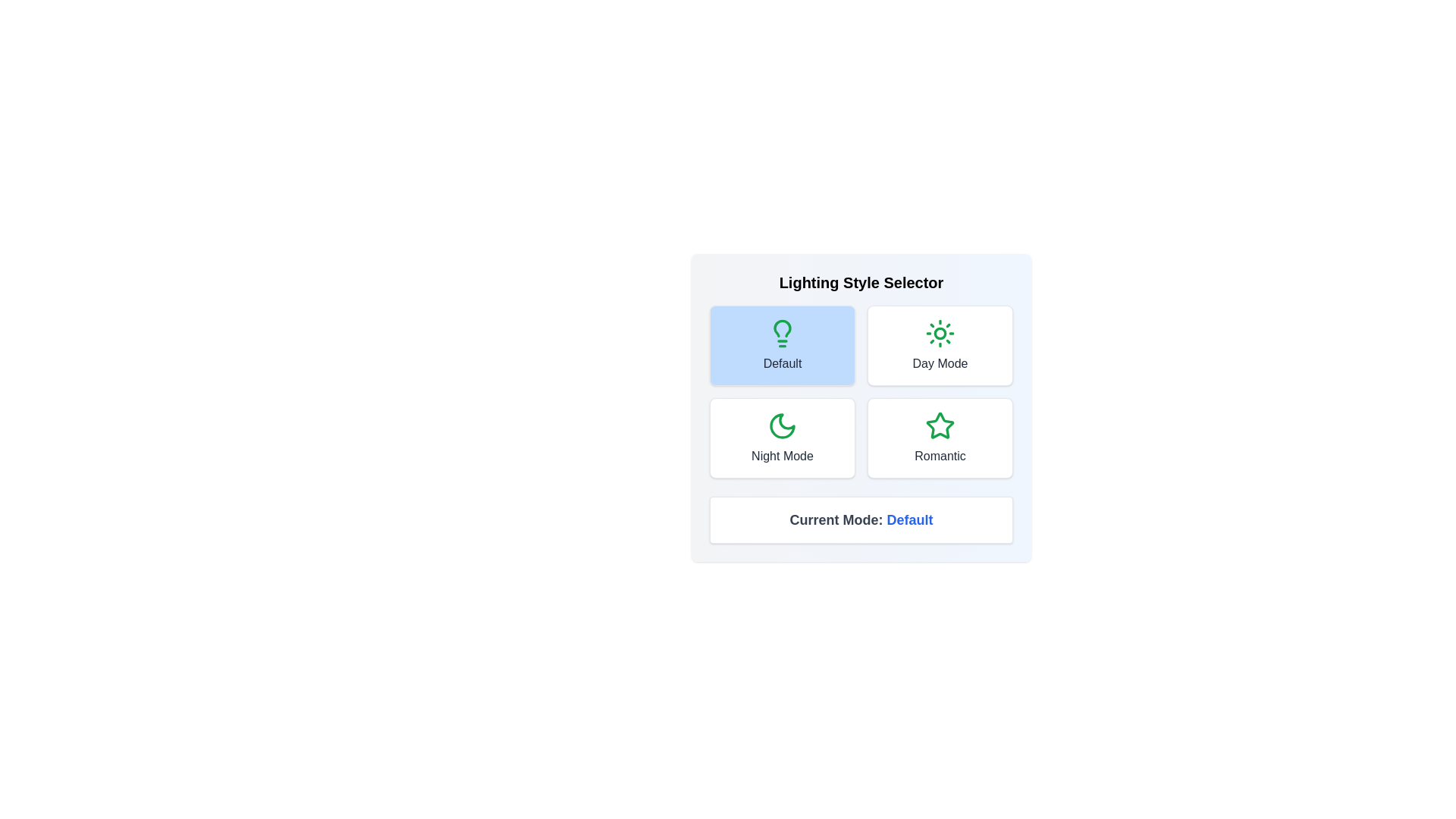 The image size is (1456, 819). What do you see at coordinates (939, 438) in the screenshot?
I see `the button corresponding to the lighting mode Romantic` at bounding box center [939, 438].